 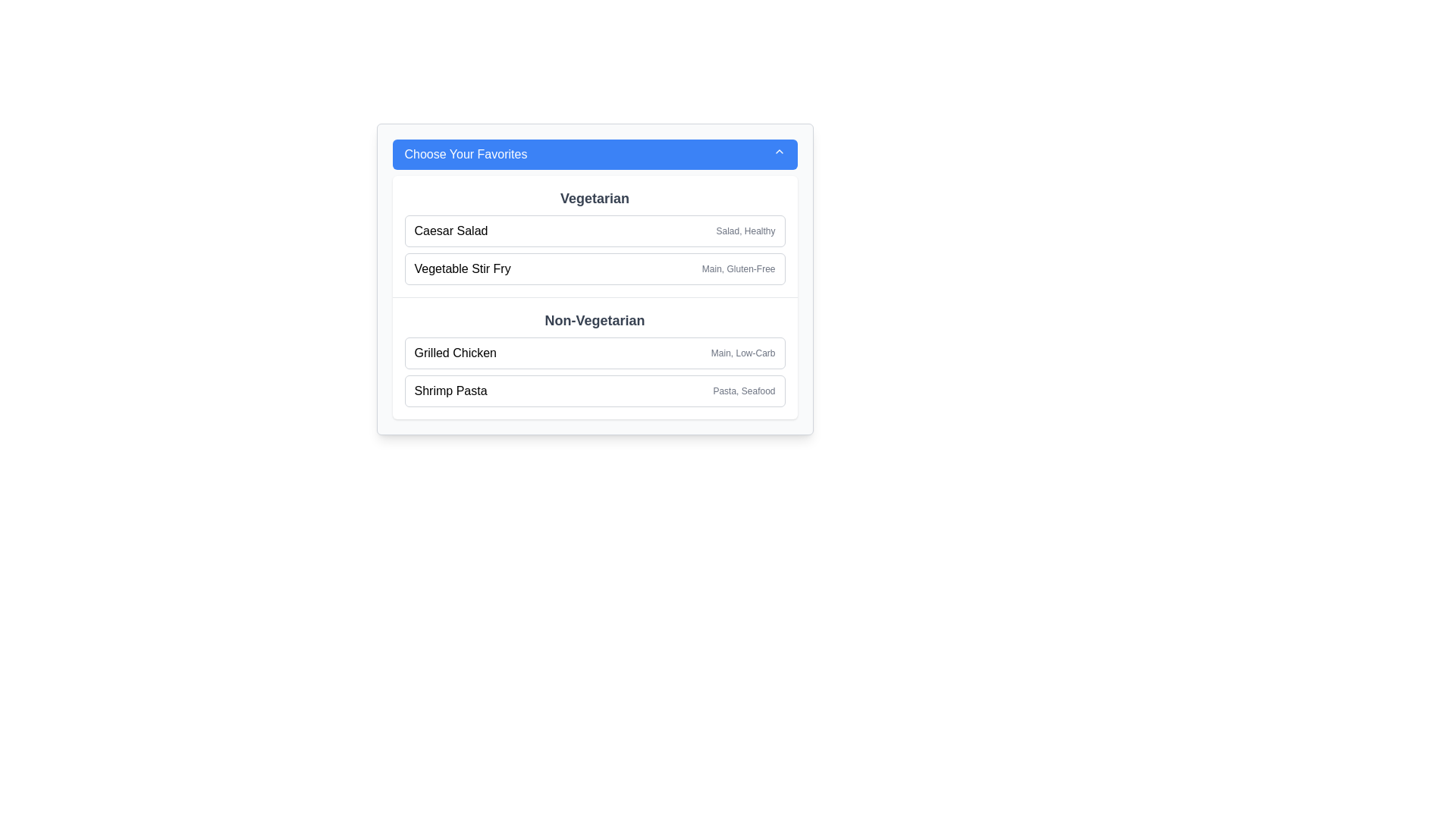 What do you see at coordinates (462, 268) in the screenshot?
I see `the selectable menu choice labeled 'Vegetable Stir Fry', which is the first text component in the 'Vegetarian' section located at the top center of the layout` at bounding box center [462, 268].